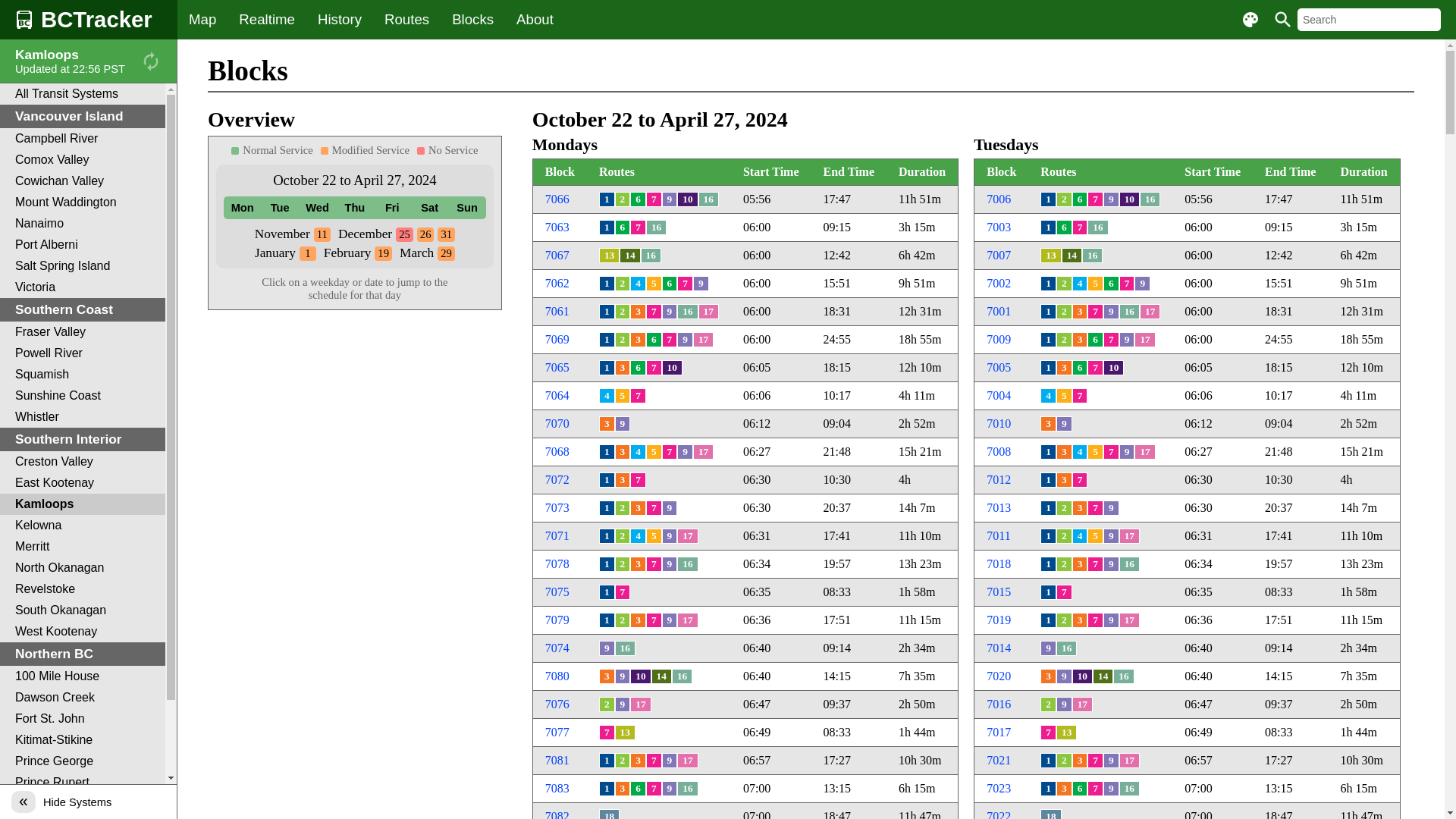  What do you see at coordinates (447, 207) in the screenshot?
I see `'Sun'` at bounding box center [447, 207].